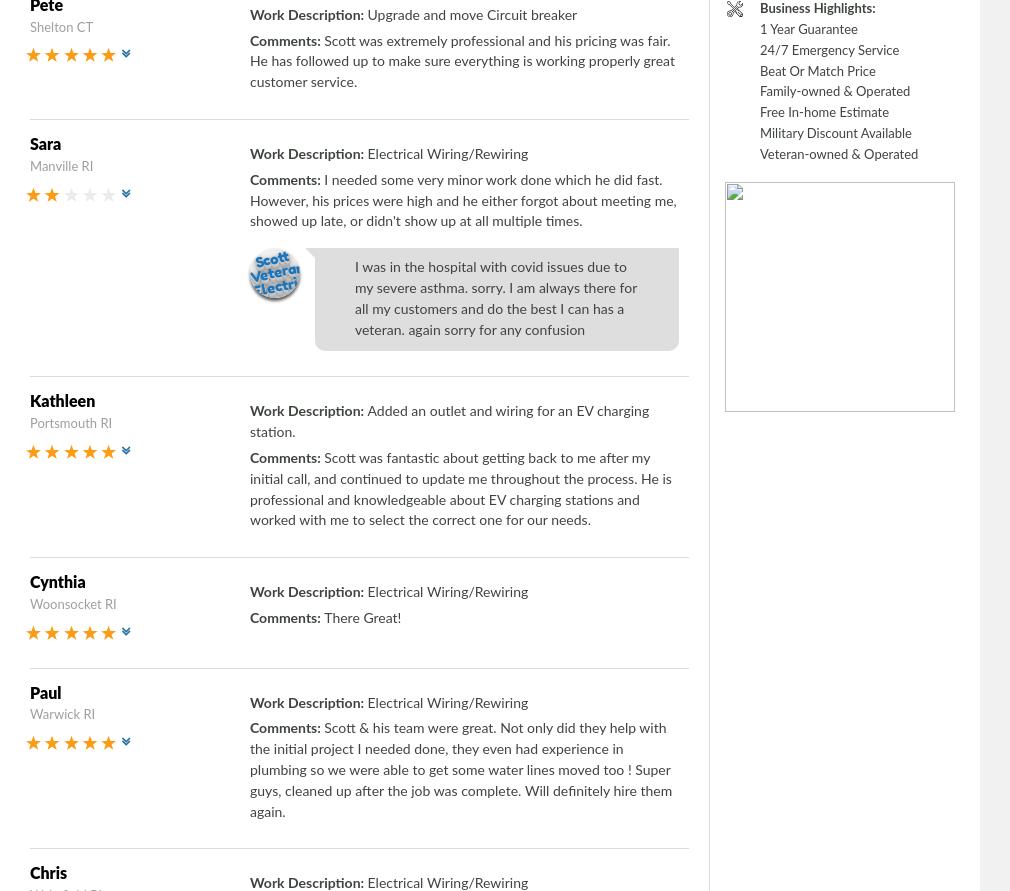 The image size is (1010, 891). What do you see at coordinates (61, 715) in the screenshot?
I see `'Warwick RI'` at bounding box center [61, 715].